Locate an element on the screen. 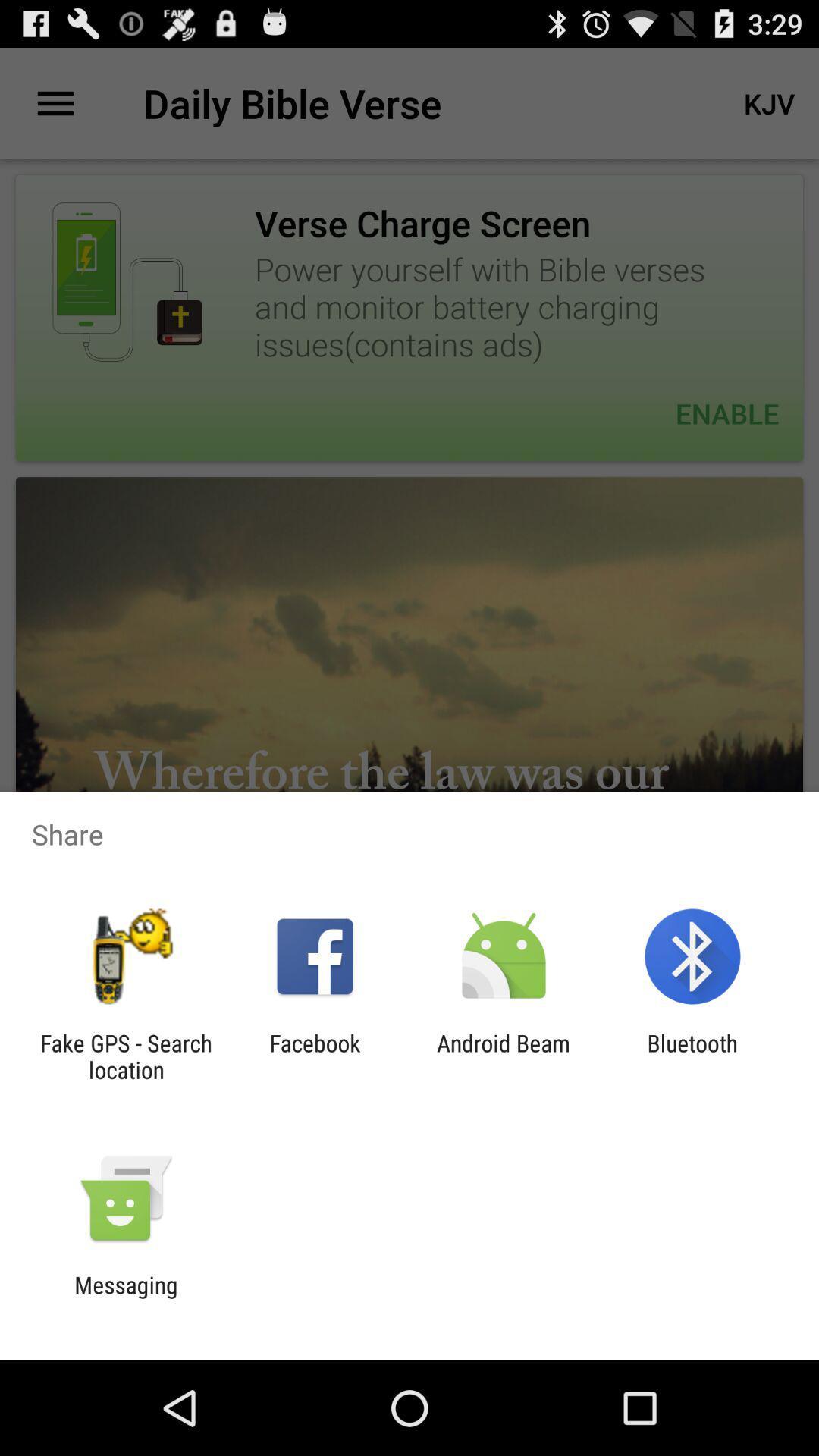 The image size is (819, 1456). app next to the android beam icon is located at coordinates (692, 1056).